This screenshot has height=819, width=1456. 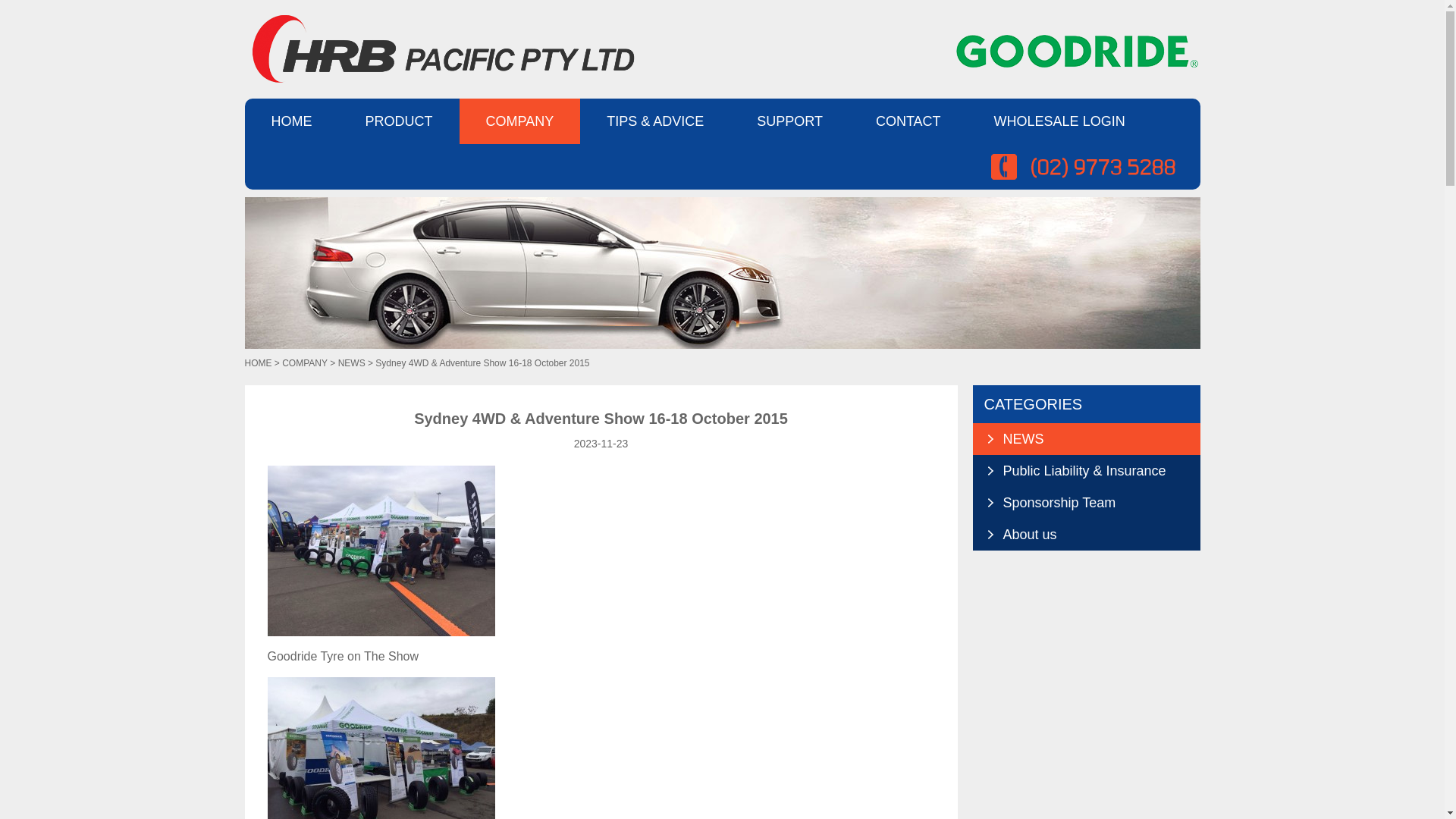 I want to click on 'COMPANY', so click(x=304, y=362).